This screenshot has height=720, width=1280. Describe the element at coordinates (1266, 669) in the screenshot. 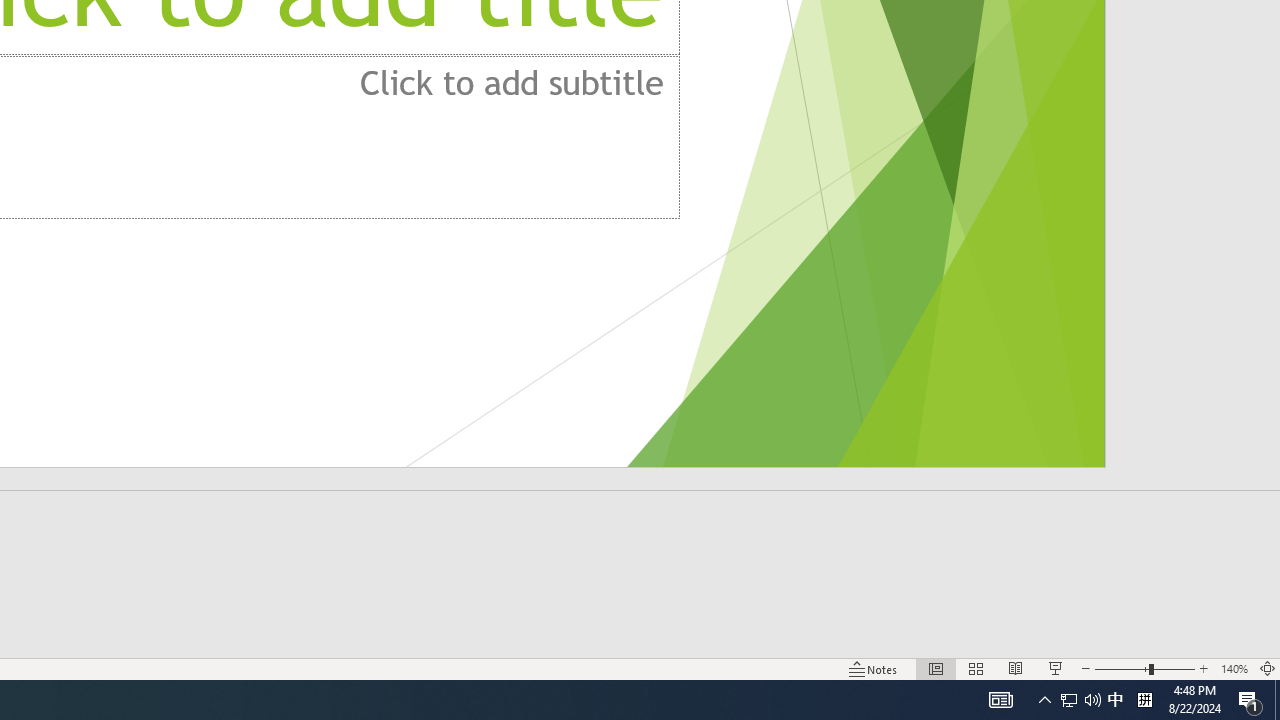

I see `'Zoom to Fit '` at that location.